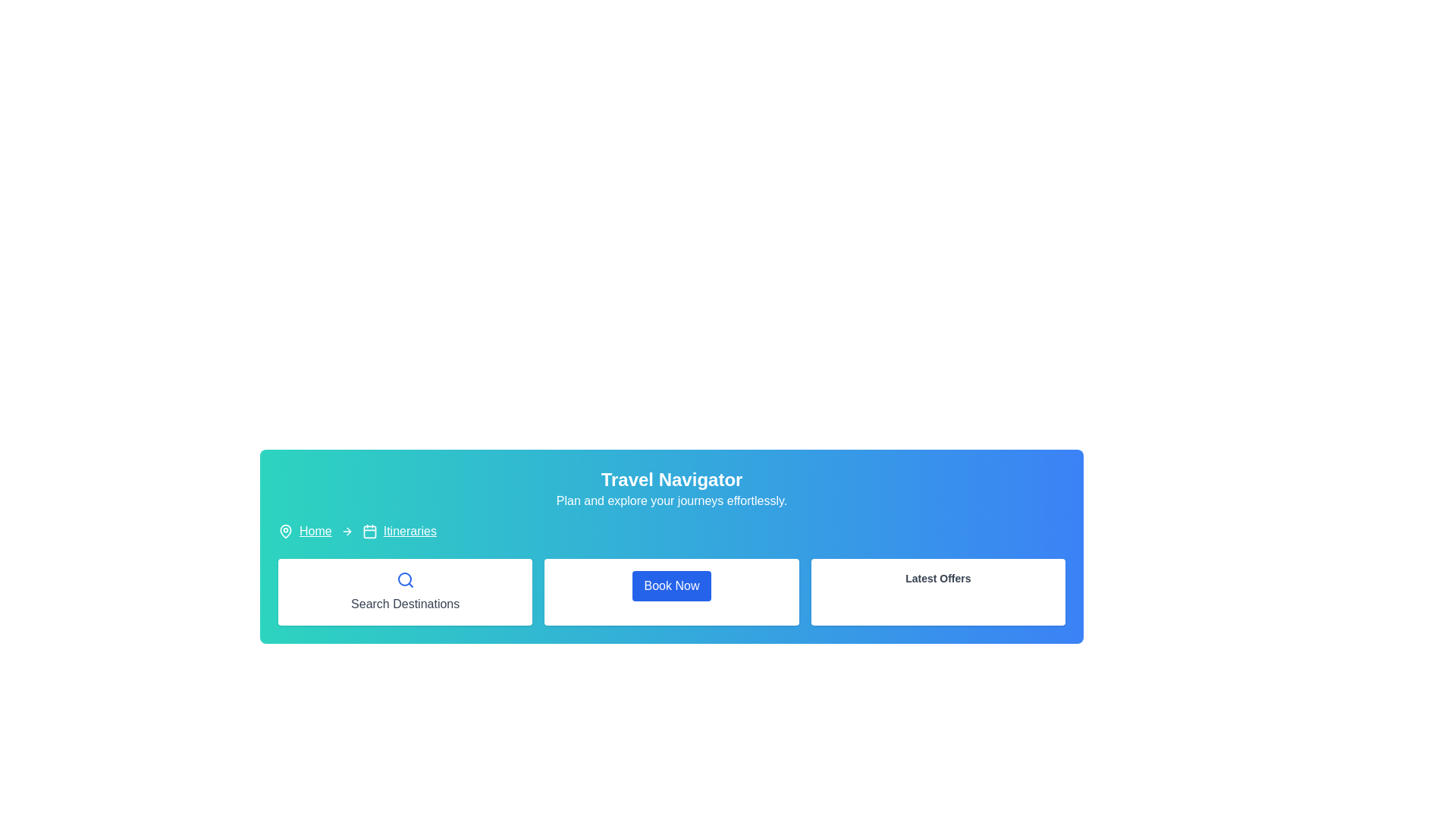 This screenshot has height=819, width=1456. I want to click on the interactive link with a calendar icon and the text 'Itineraries', so click(399, 531).